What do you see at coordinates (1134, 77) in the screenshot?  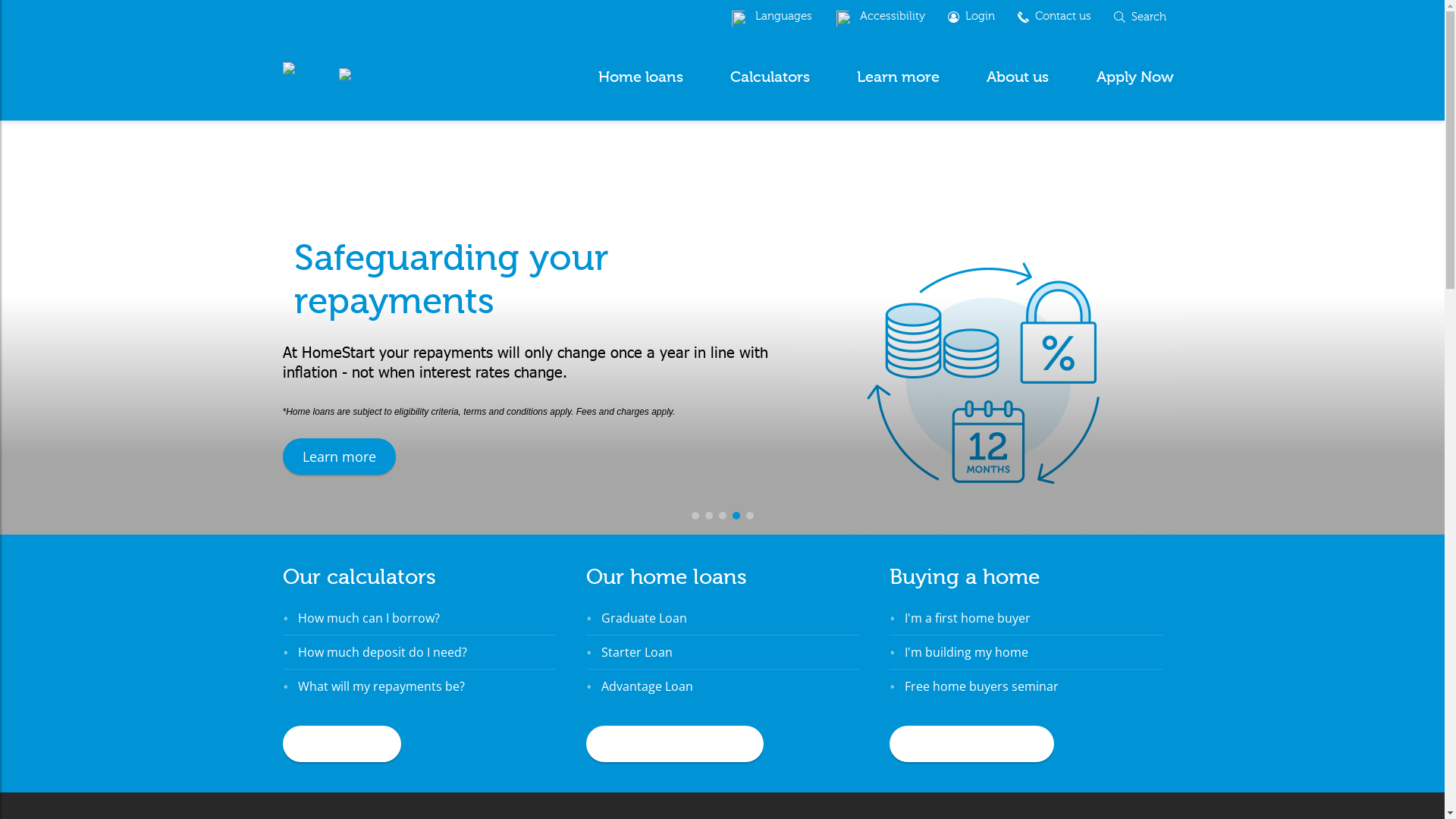 I see `'Apply Now'` at bounding box center [1134, 77].